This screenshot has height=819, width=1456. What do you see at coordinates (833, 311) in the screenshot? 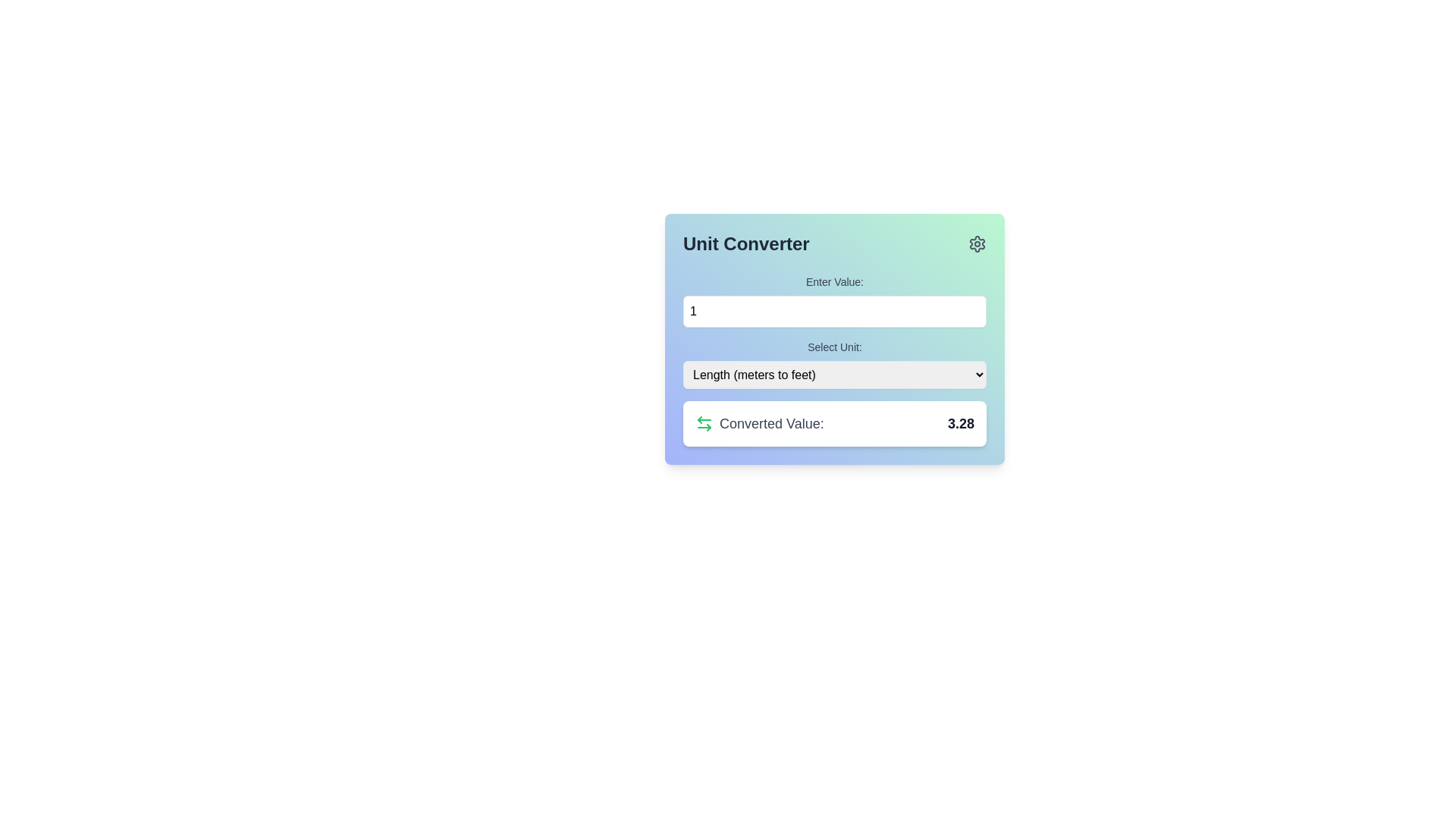
I see `the arrow keys` at bounding box center [833, 311].